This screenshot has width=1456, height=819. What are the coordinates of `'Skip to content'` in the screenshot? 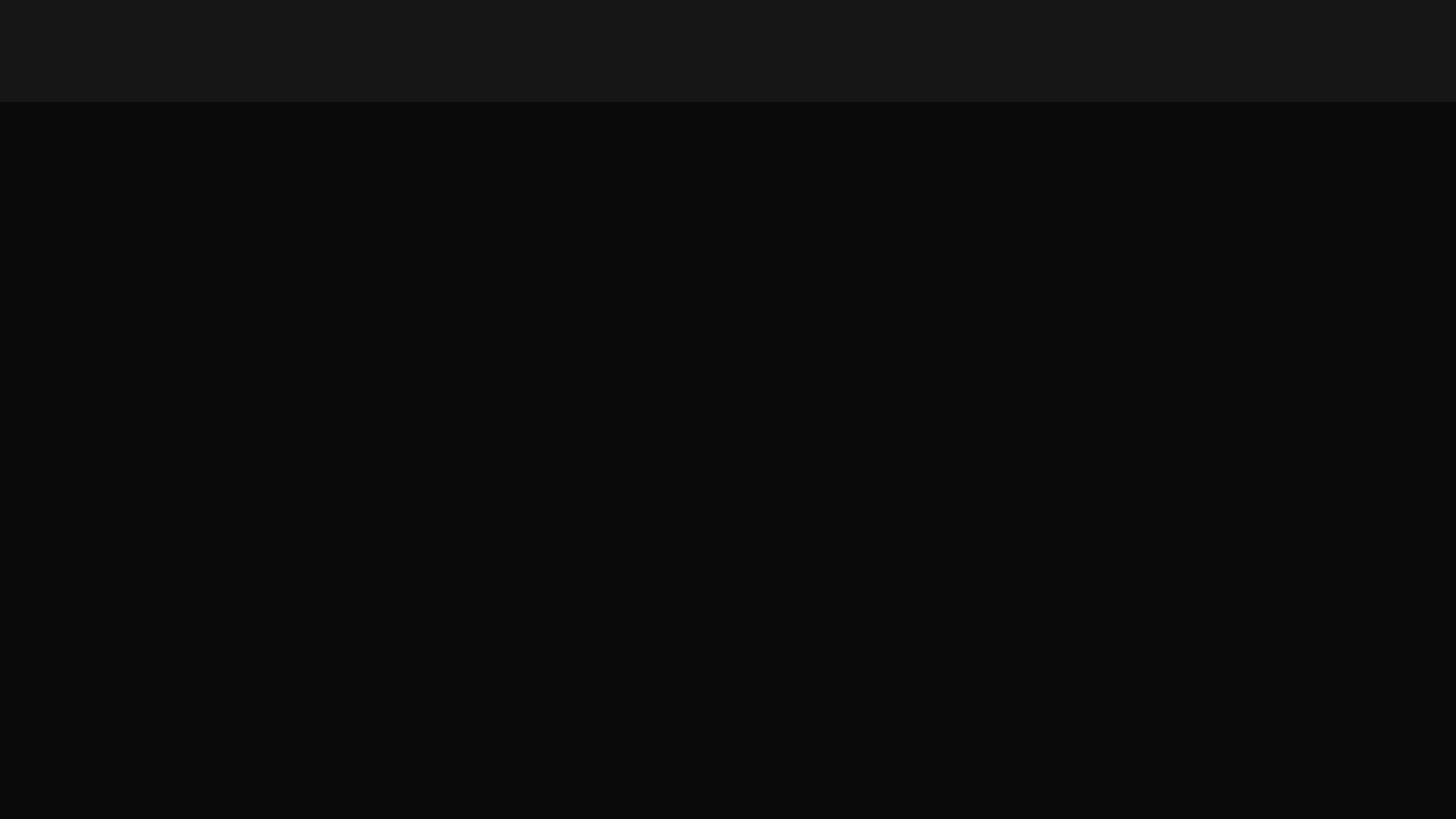 It's located at (0, 0).